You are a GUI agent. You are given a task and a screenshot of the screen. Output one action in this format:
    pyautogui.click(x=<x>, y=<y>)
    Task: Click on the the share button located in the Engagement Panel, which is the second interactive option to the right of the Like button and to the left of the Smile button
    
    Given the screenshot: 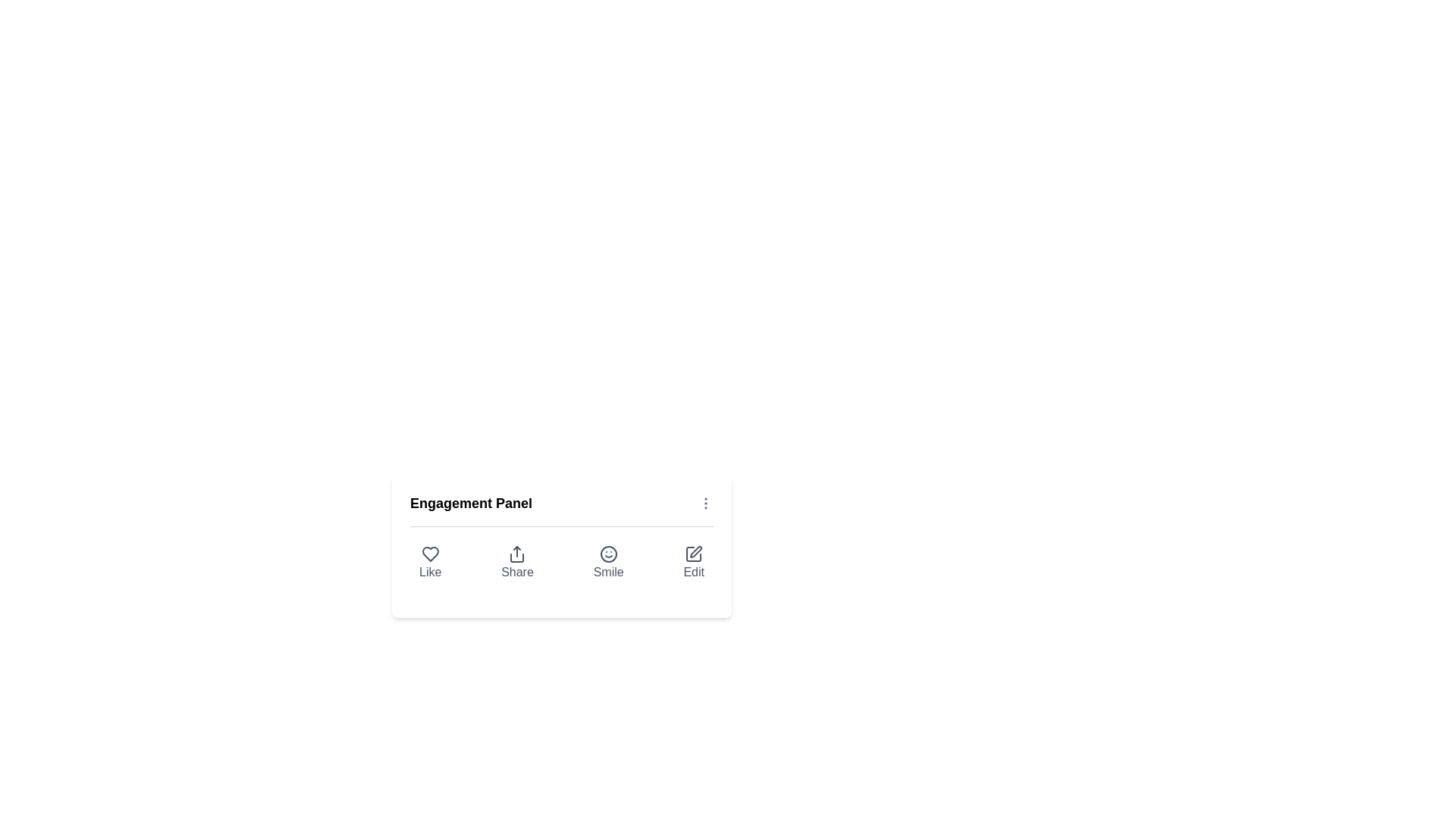 What is the action you would take?
    pyautogui.click(x=517, y=563)
    